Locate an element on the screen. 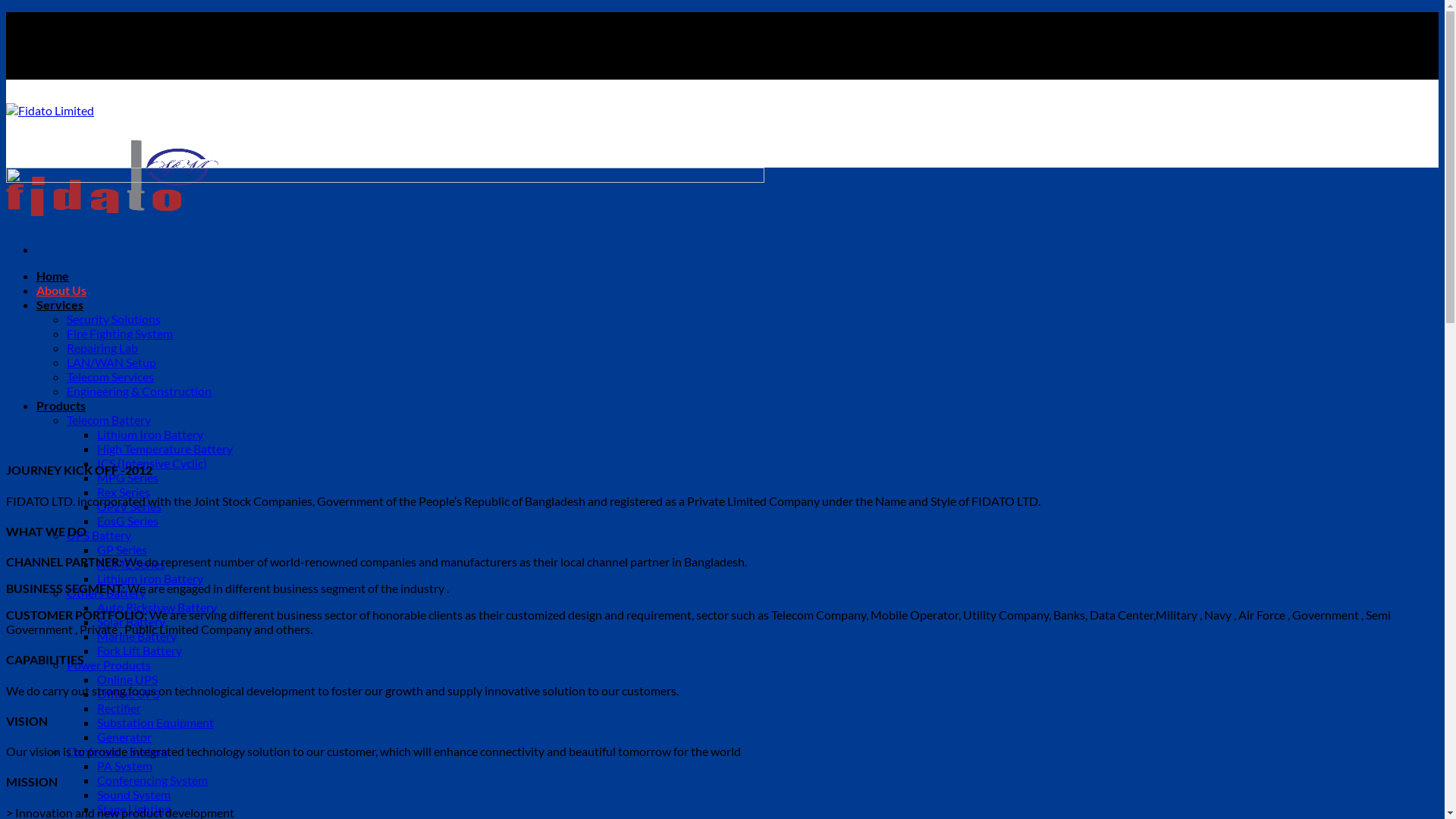  'Conferencing System' is located at coordinates (96, 780).